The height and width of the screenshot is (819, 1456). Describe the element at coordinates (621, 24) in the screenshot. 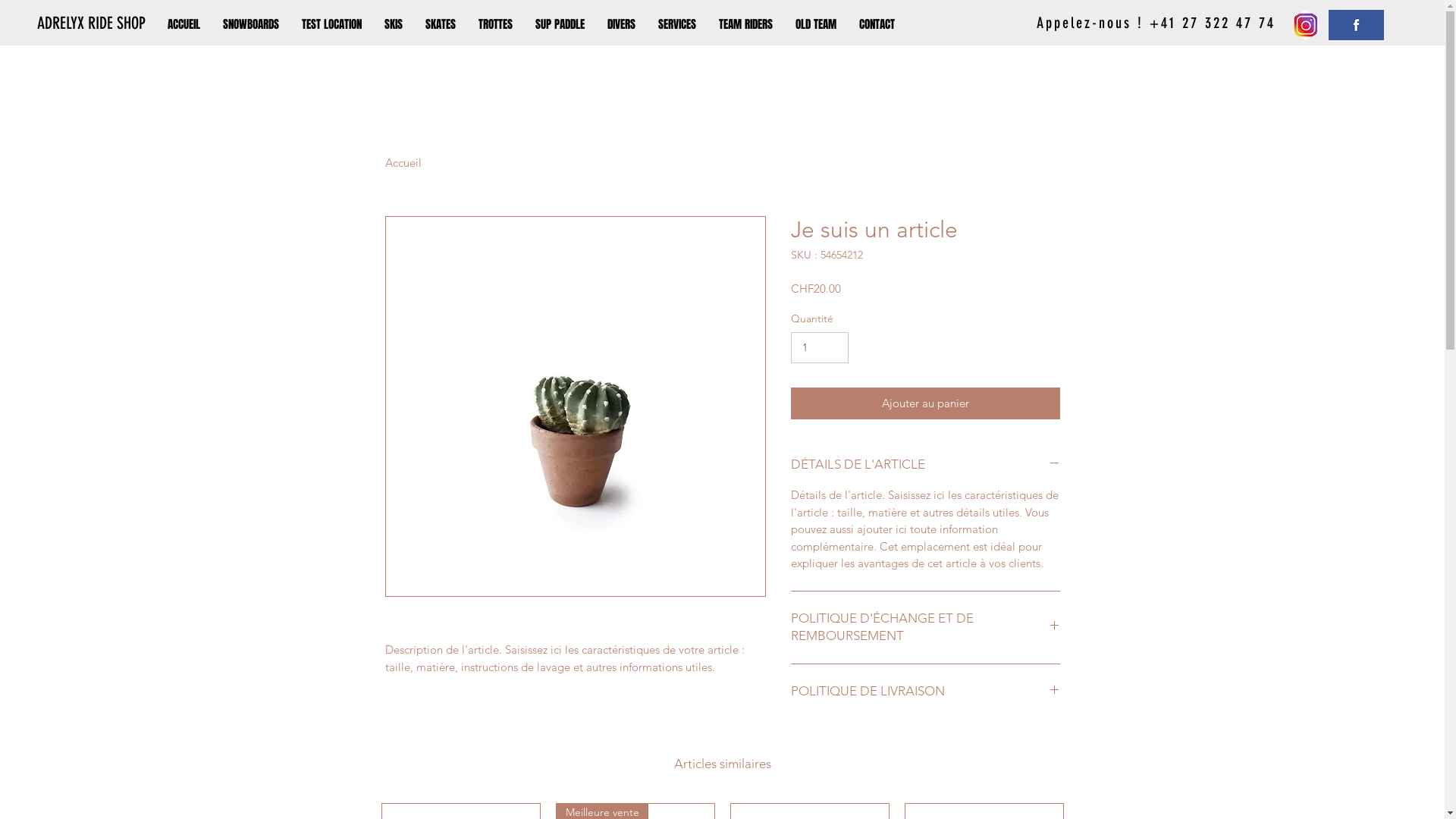

I see `'DIVERS'` at that location.